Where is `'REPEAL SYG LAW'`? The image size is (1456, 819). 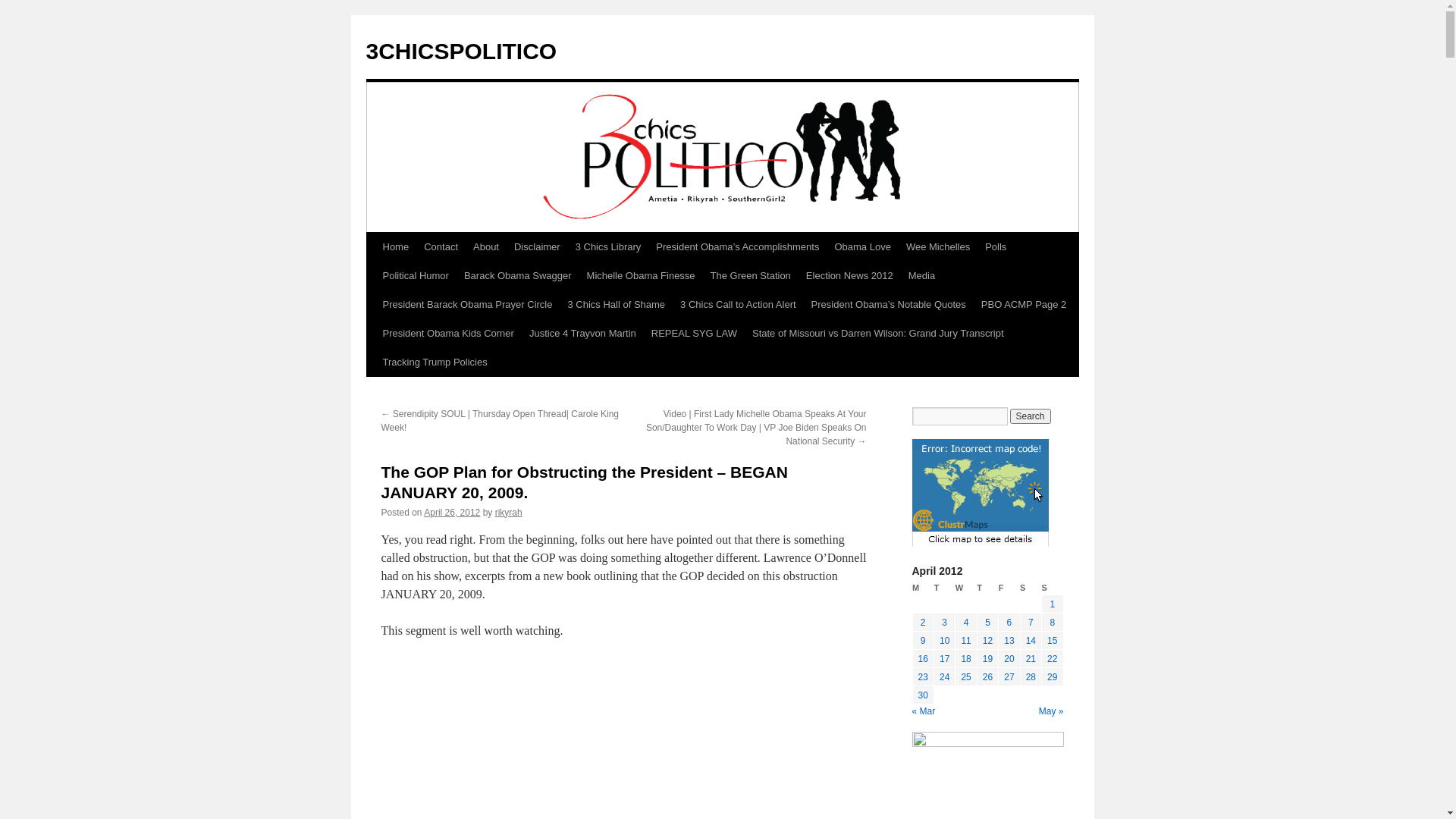
'REPEAL SYG LAW' is located at coordinates (644, 332).